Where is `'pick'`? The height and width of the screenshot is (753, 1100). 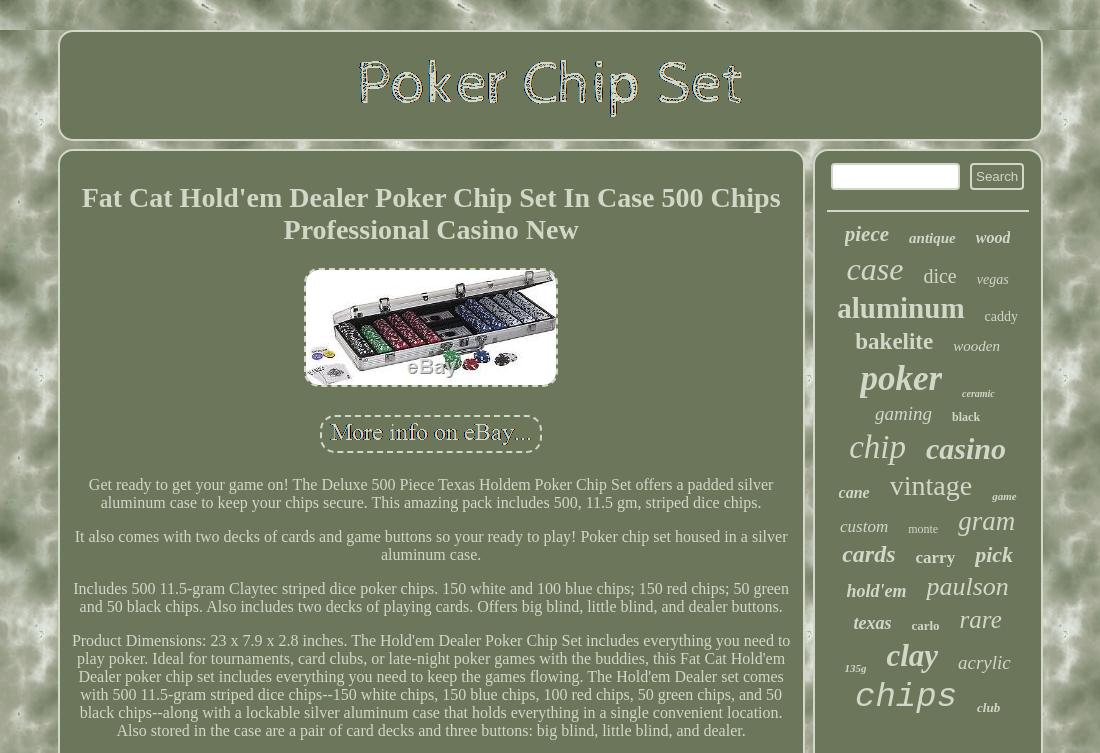 'pick' is located at coordinates (992, 554).